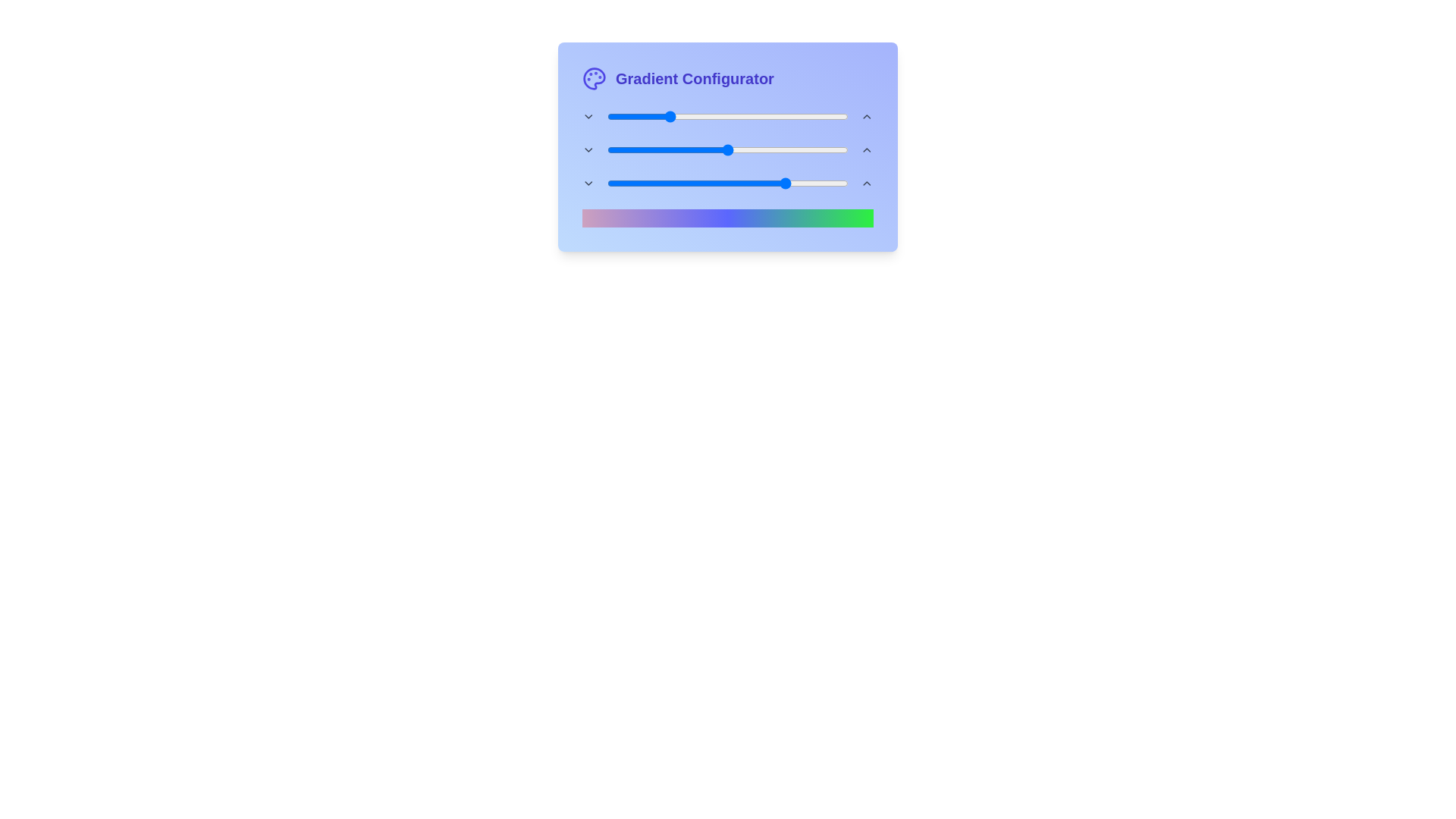 The height and width of the screenshot is (819, 1456). What do you see at coordinates (867, 116) in the screenshot?
I see `'ChevronUp' icon next to the slider` at bounding box center [867, 116].